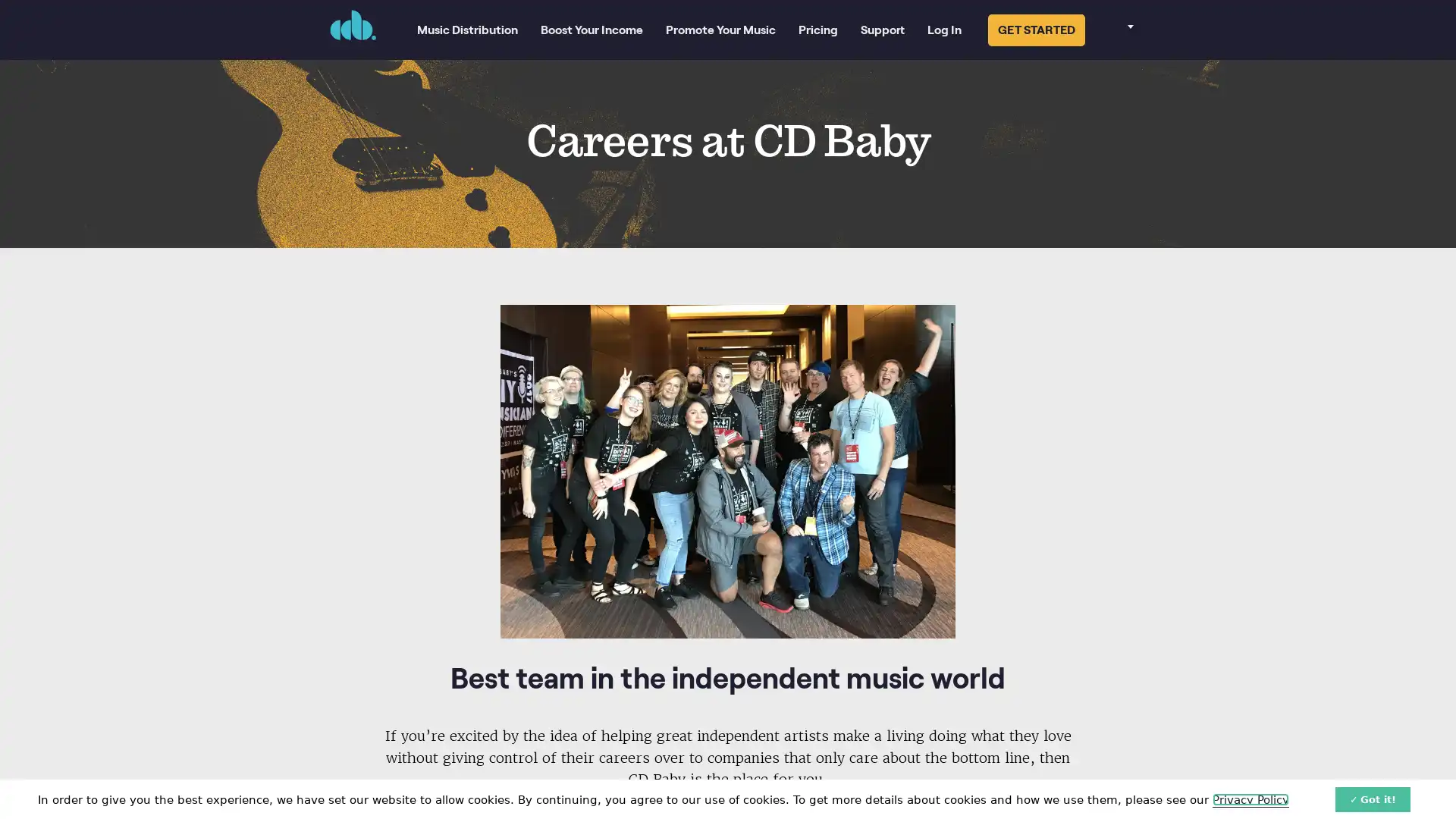 The height and width of the screenshot is (819, 1456). Describe the element at coordinates (1373, 798) in the screenshot. I see `Got it!` at that location.